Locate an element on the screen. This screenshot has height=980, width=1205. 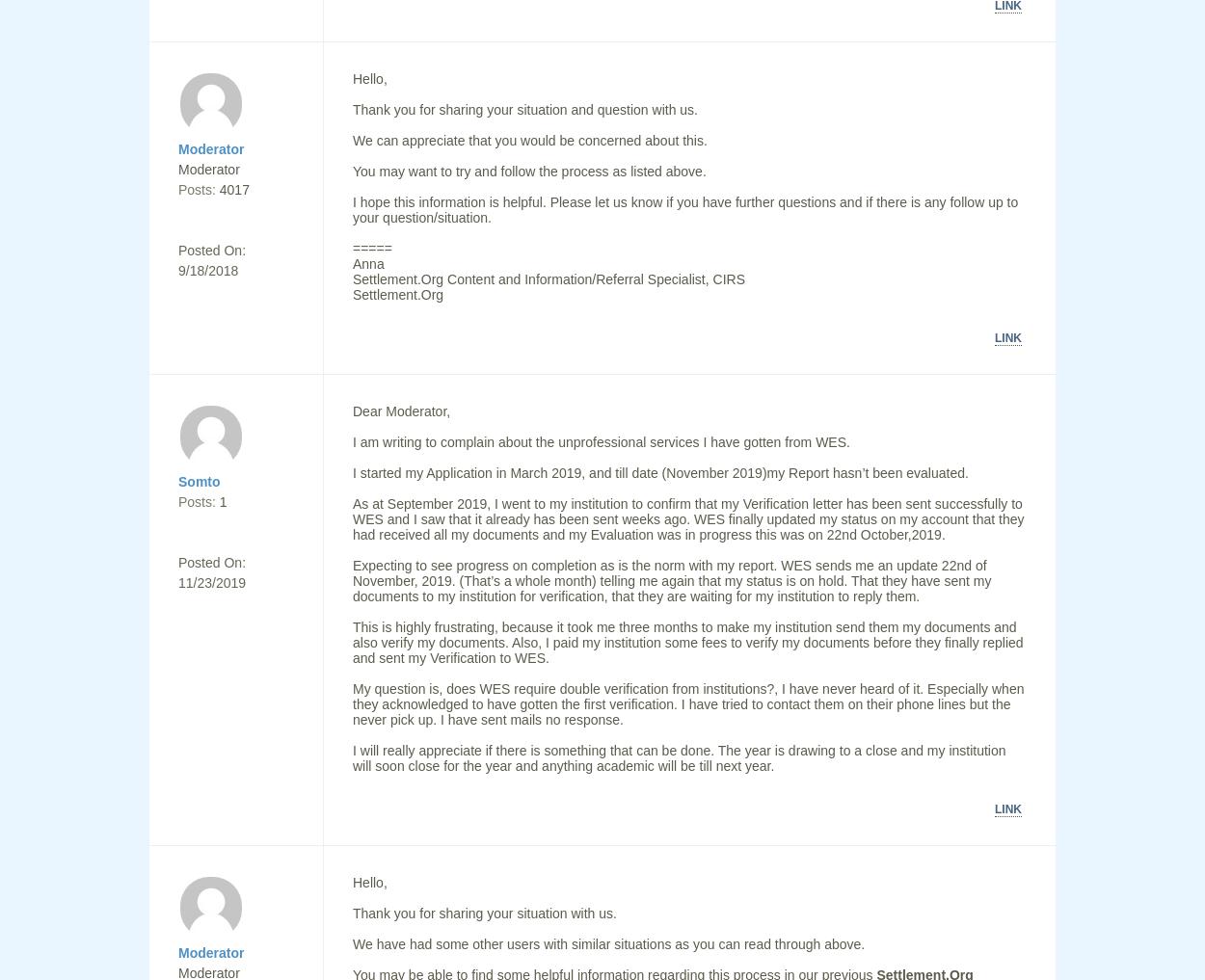
'As at September 2019, I went to my institution to confirm that my Verification letter has been sent successfully to WES and I saw that it already has been sent weeks ago. WES finally updated my status on my account that they had received all my documents and my Evaluation was in progress this was on 22nd October,2019.' is located at coordinates (352, 519).